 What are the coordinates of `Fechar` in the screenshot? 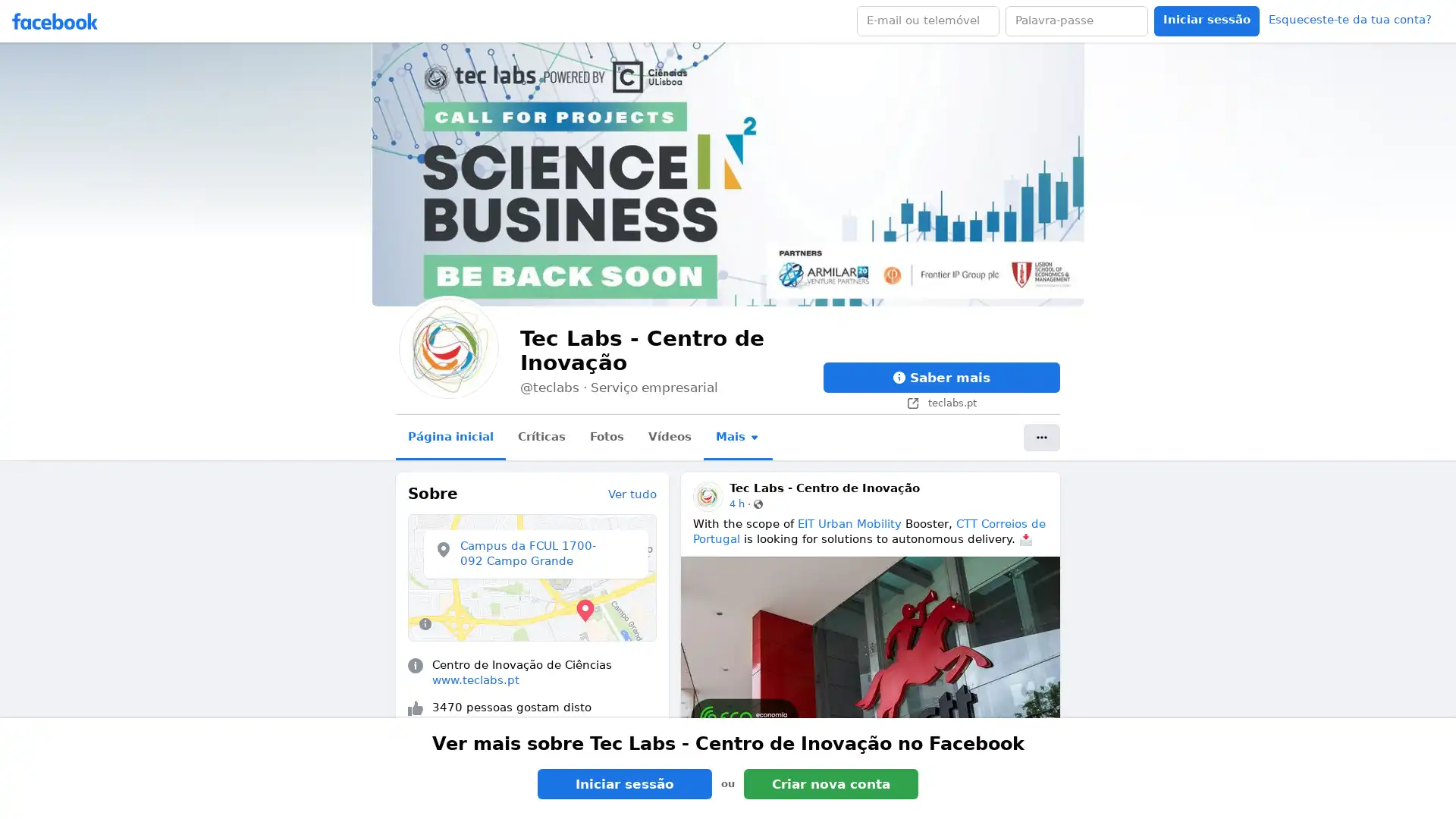 It's located at (910, 359).